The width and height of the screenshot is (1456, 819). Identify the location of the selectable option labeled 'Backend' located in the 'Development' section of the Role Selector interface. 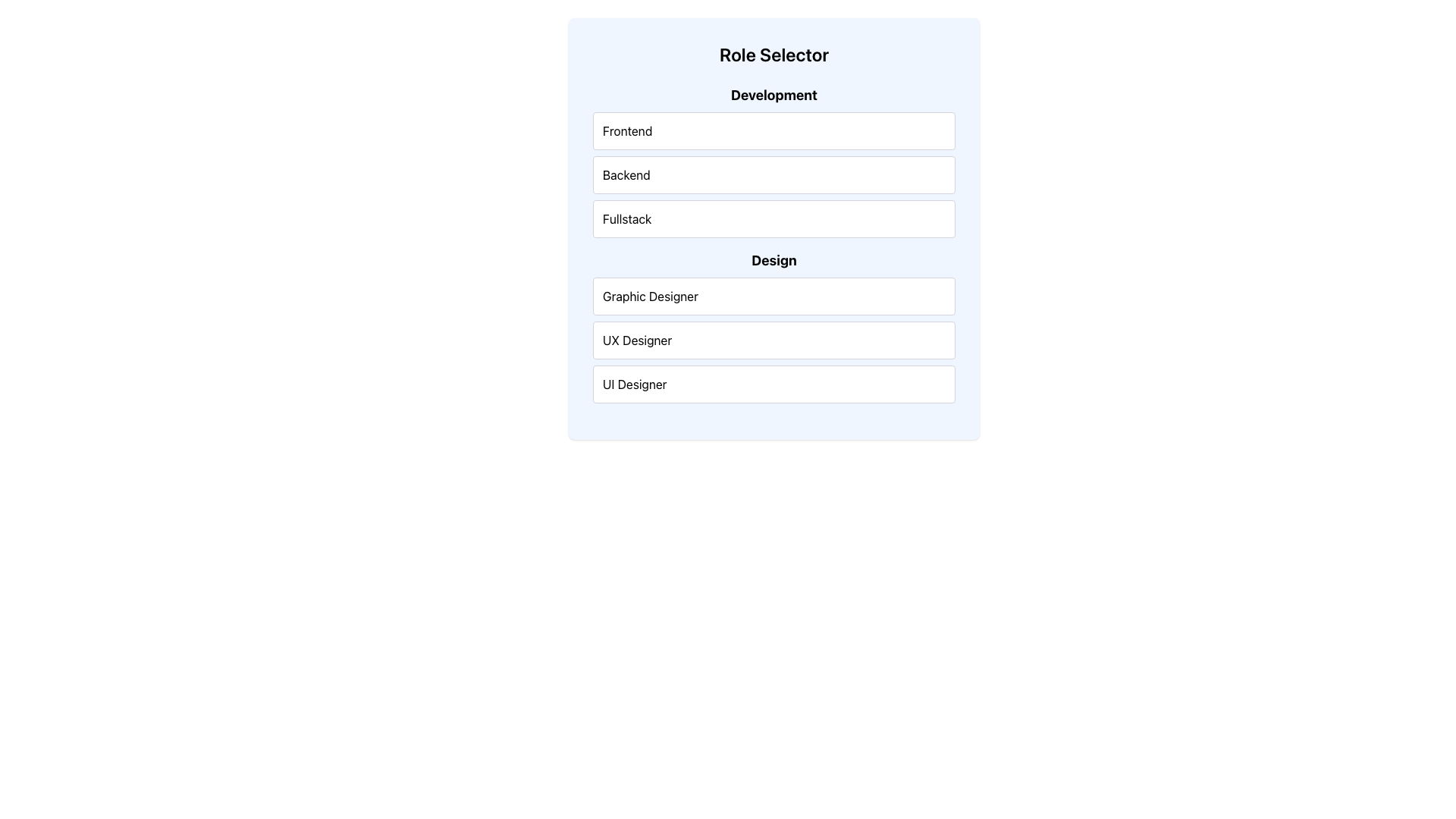
(774, 161).